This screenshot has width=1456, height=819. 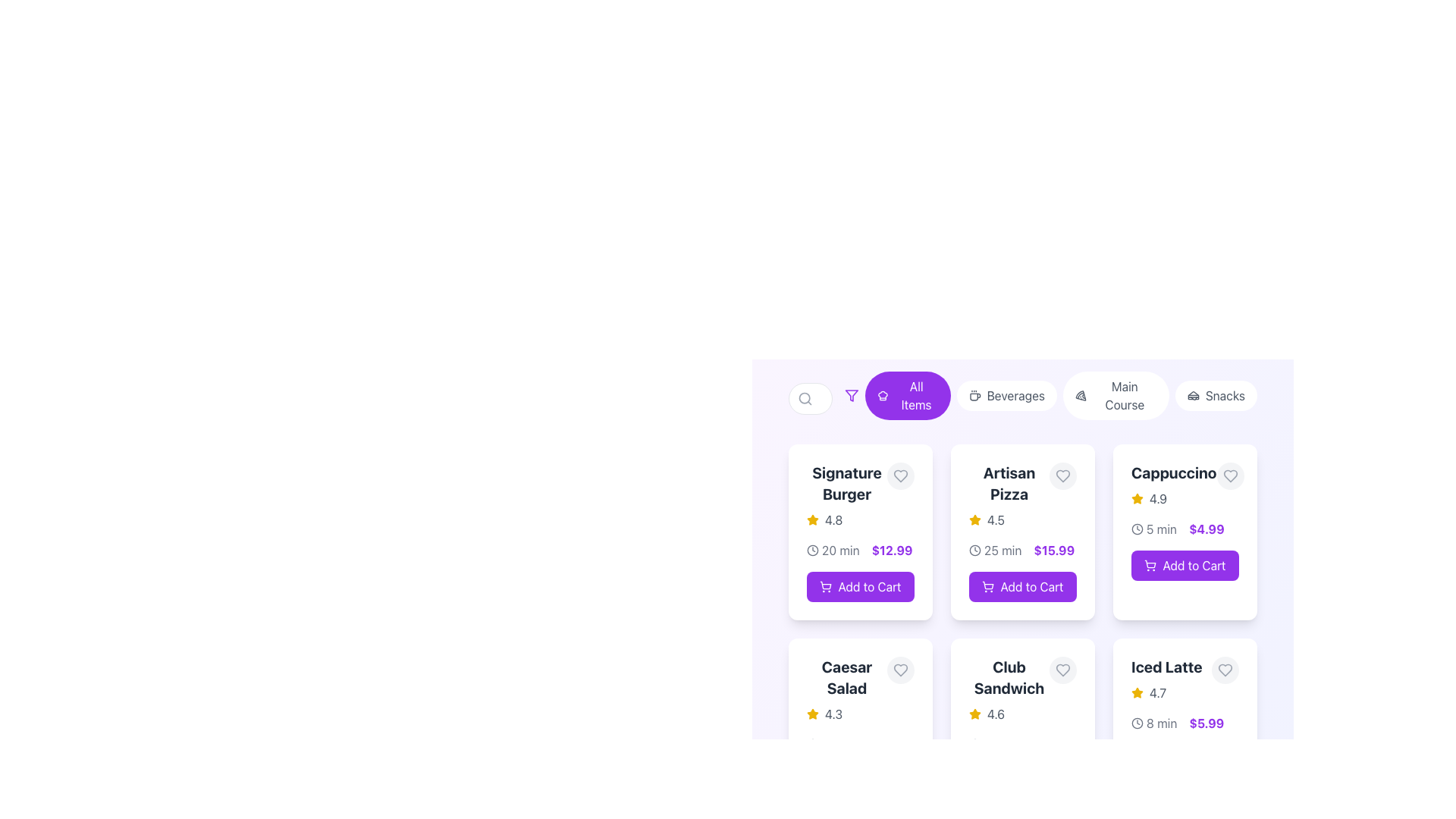 I want to click on the chef's hat icon with a purple background located within the 'All Items' toggle option to interact with the category, so click(x=883, y=394).